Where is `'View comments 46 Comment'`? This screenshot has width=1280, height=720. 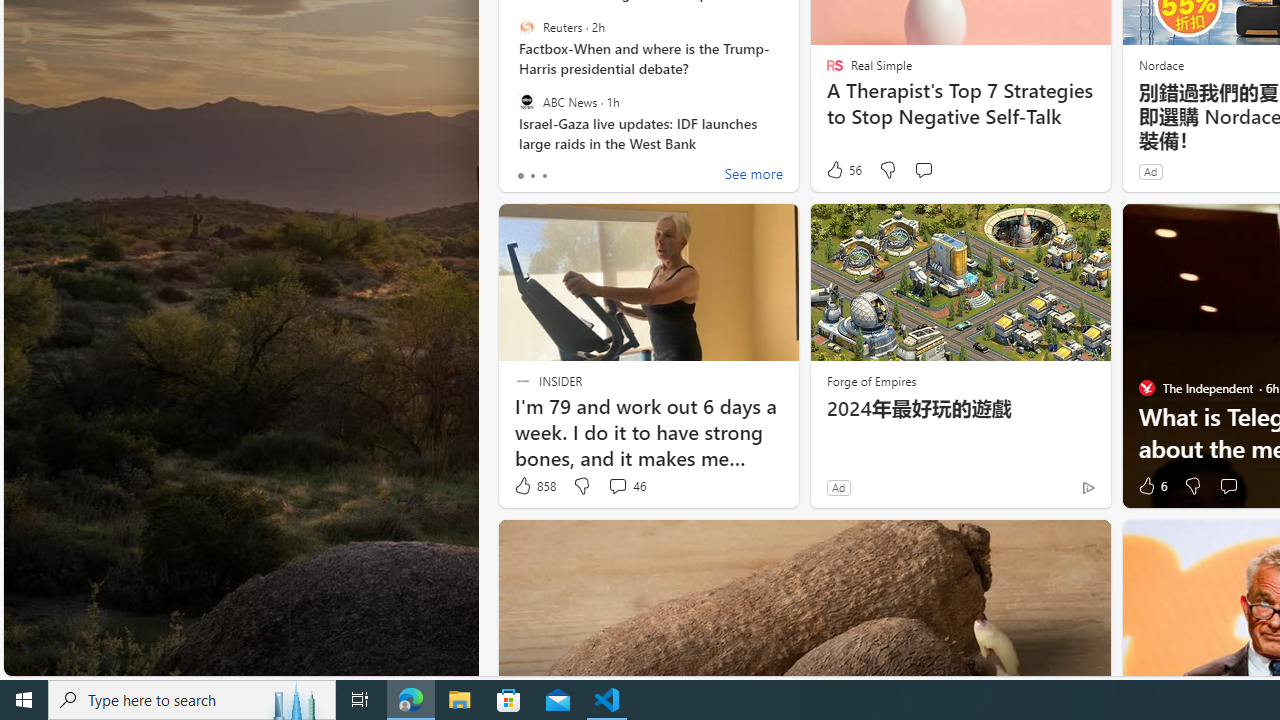 'View comments 46 Comment' is located at coordinates (616, 486).